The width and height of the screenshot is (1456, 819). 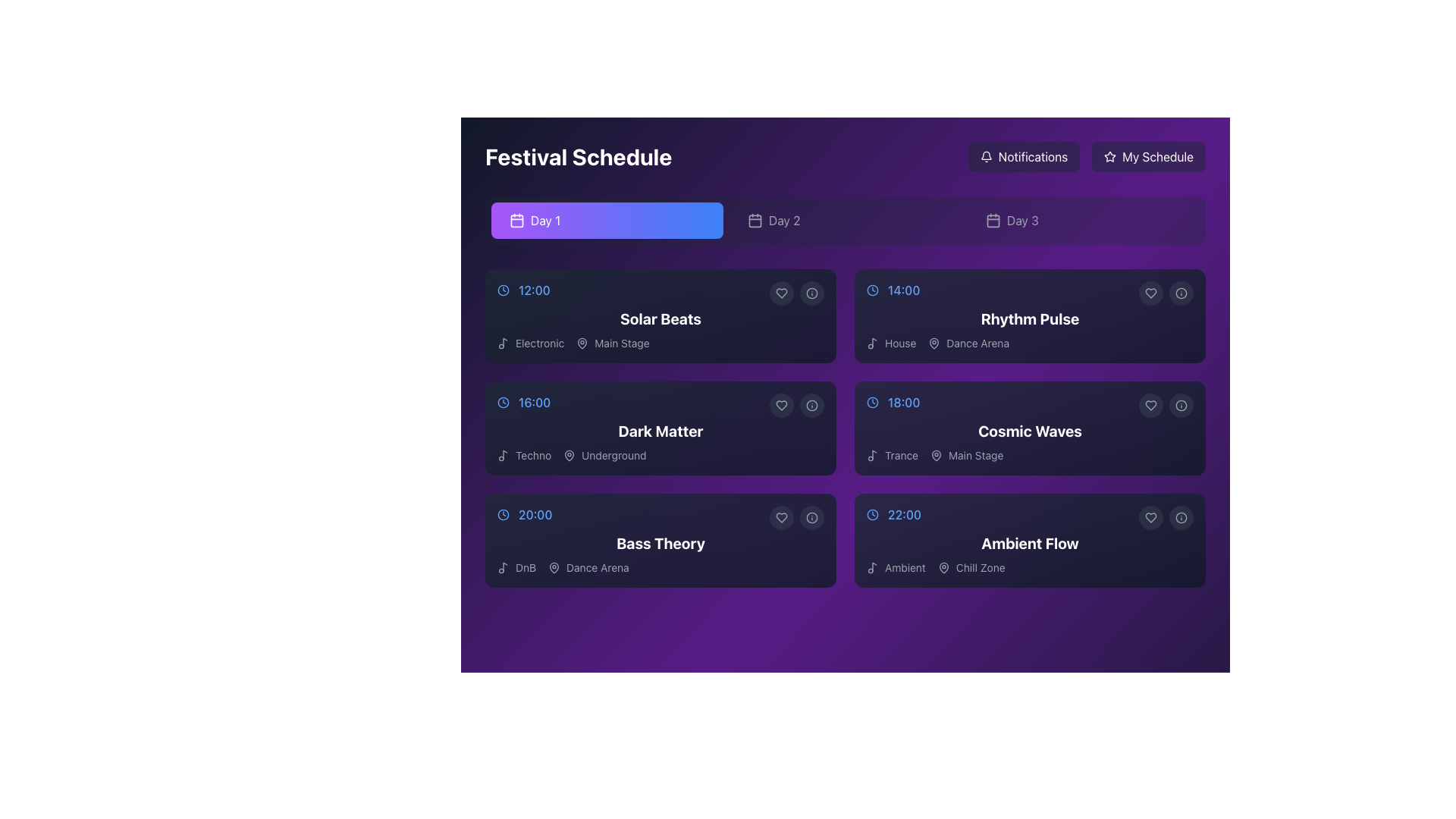 I want to click on the Icon representing the music genre 'House', located to the left of the text label 'House' in the 'Rhythm Pulse' event block, so click(x=873, y=343).